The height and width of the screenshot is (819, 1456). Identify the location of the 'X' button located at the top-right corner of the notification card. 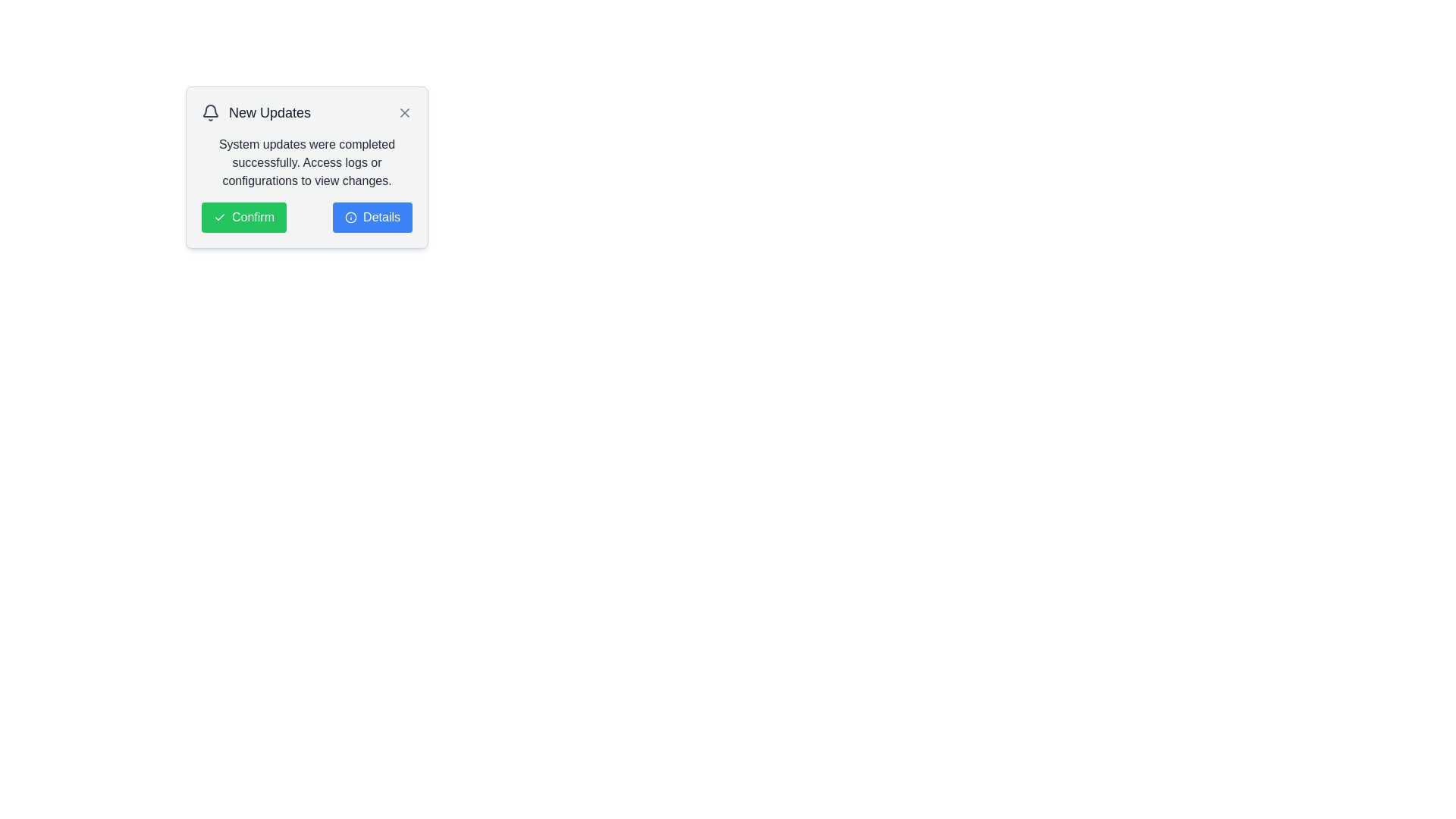
(404, 112).